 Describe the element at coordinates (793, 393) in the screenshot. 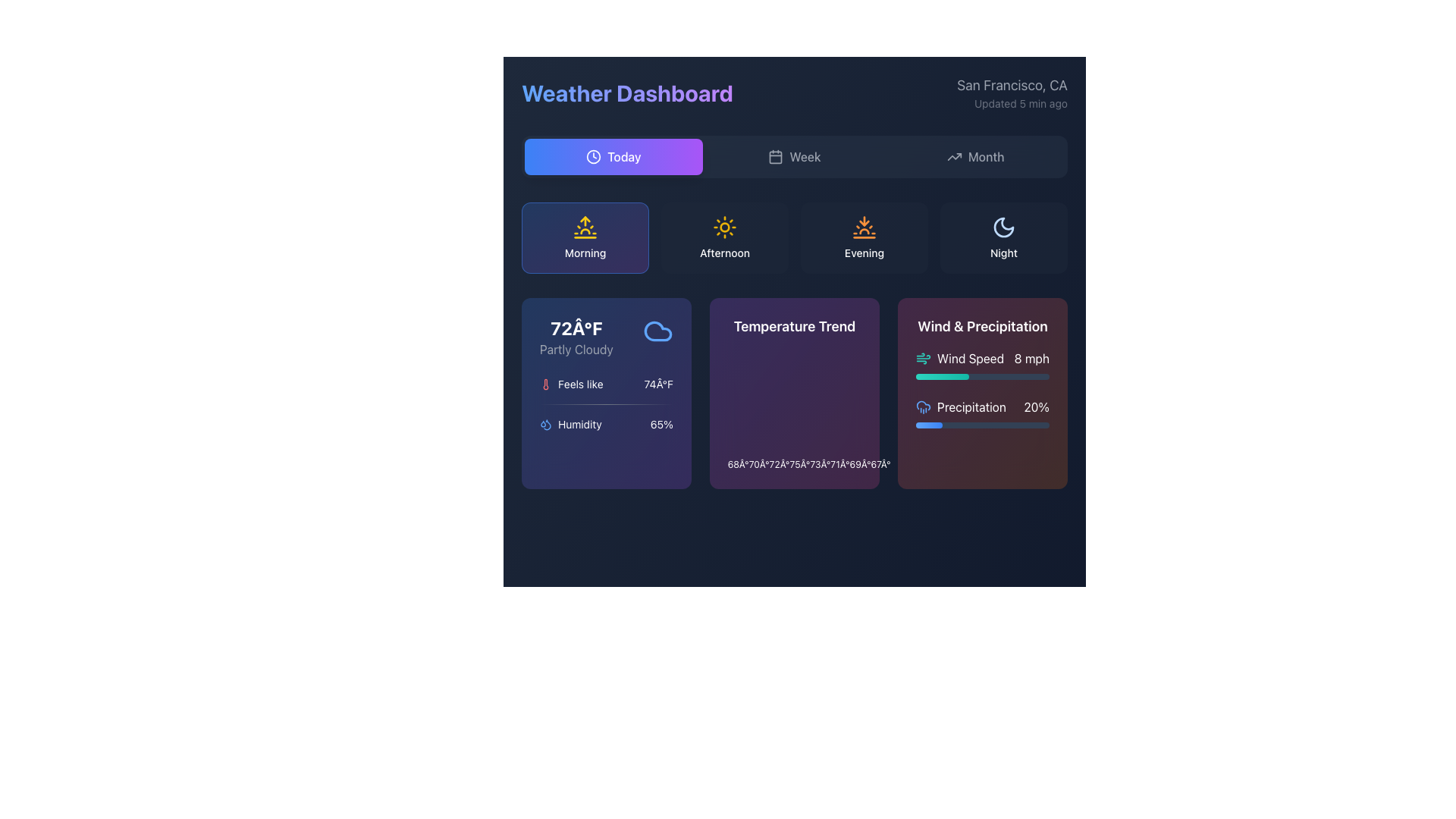

I see `the Informational Card that displays the temperature trend, located in the center of the second row of the grid layout` at that location.